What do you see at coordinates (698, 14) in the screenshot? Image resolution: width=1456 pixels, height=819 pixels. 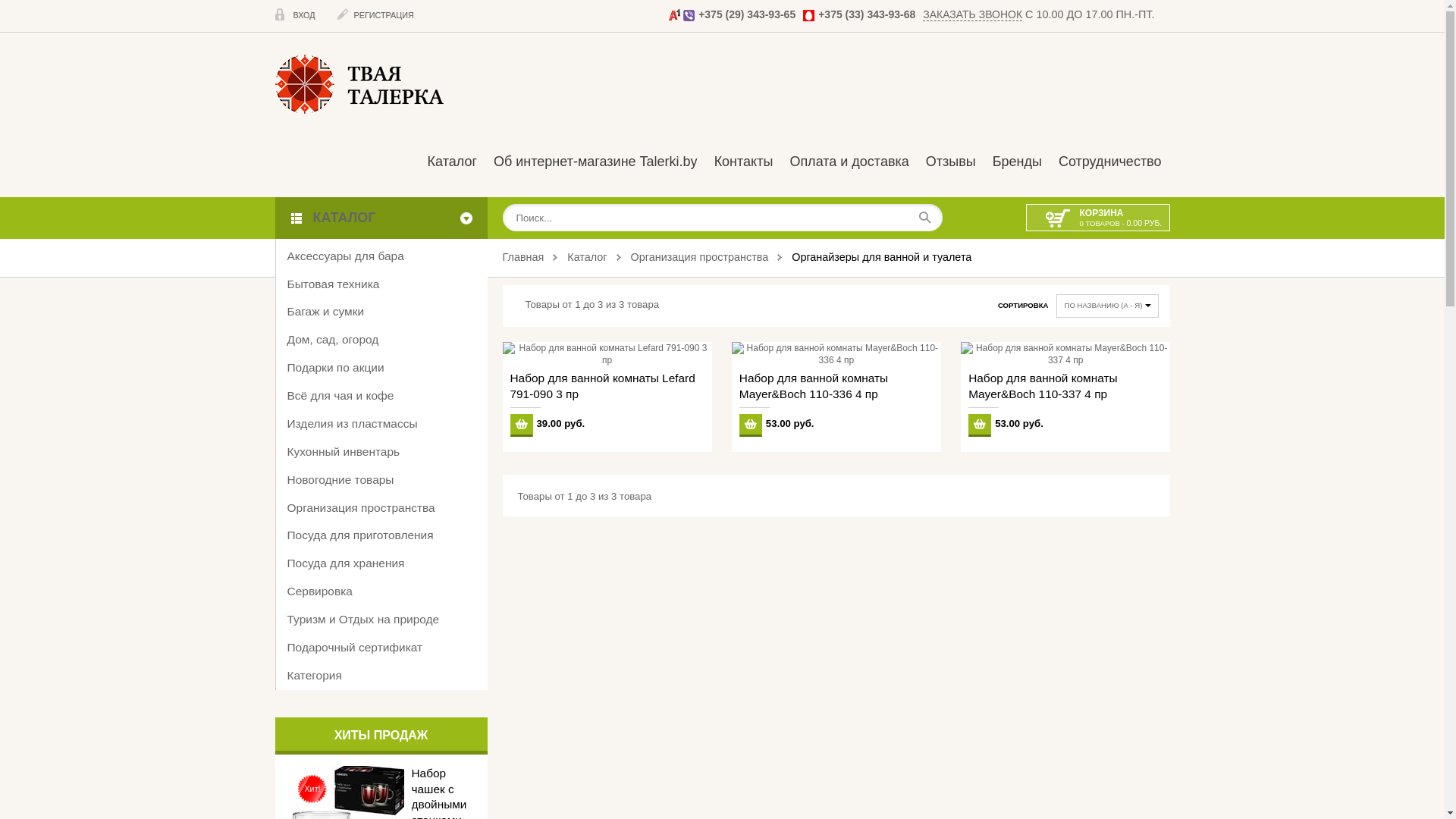 I see `'+375 (29) 343-93-65'` at bounding box center [698, 14].